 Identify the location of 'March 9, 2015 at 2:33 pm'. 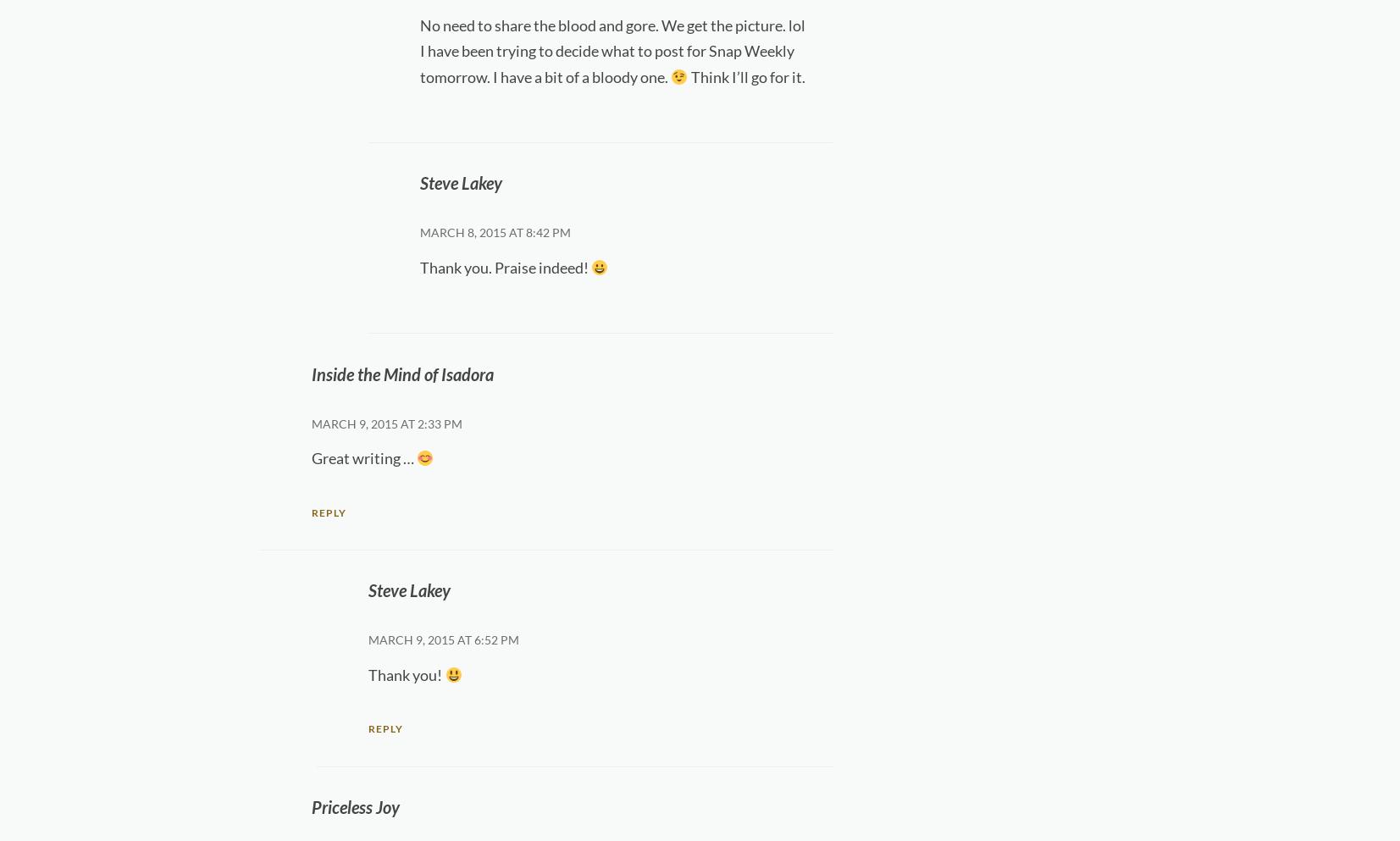
(385, 423).